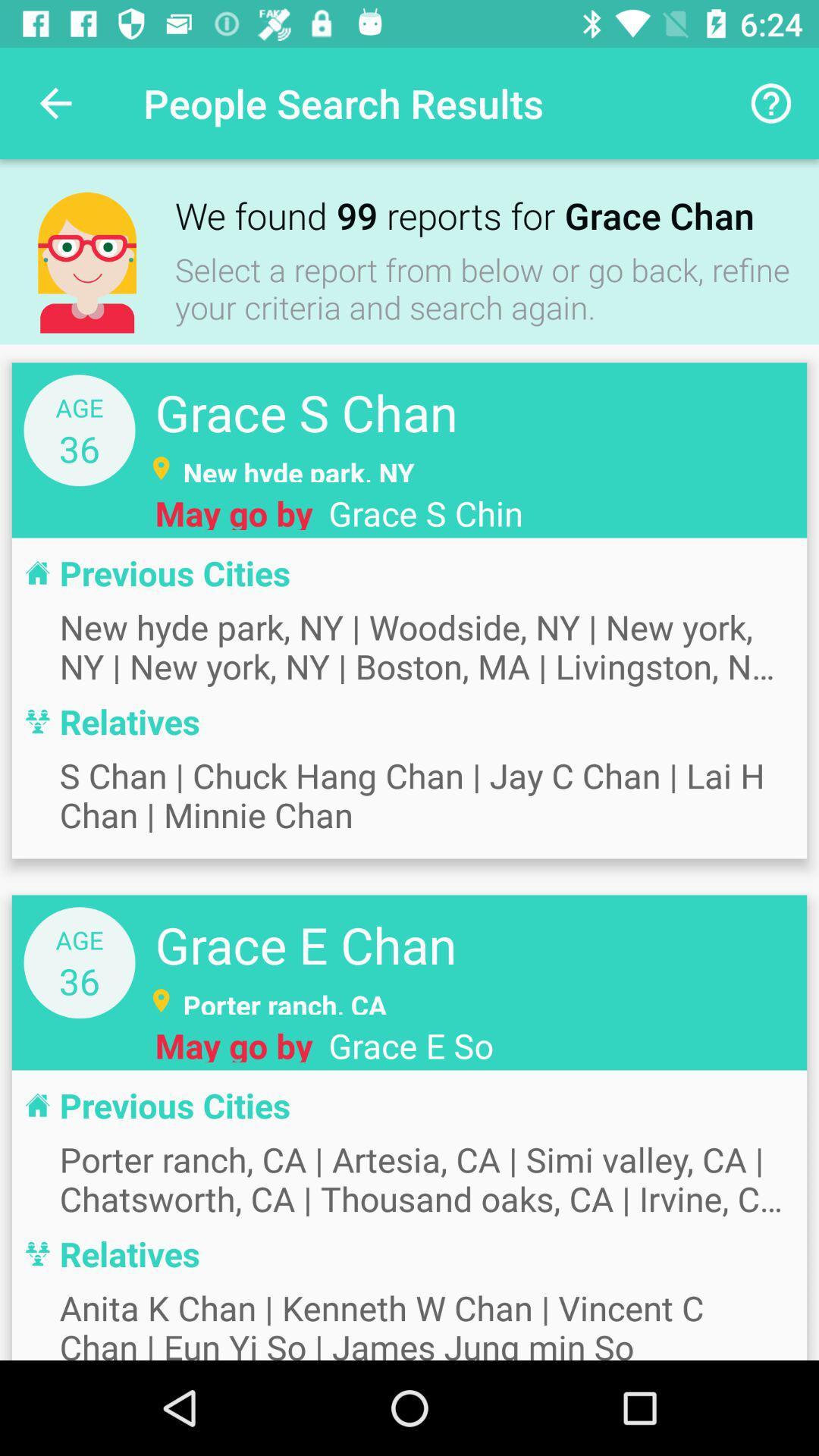  I want to click on icon to the left of the people search results icon, so click(55, 102).